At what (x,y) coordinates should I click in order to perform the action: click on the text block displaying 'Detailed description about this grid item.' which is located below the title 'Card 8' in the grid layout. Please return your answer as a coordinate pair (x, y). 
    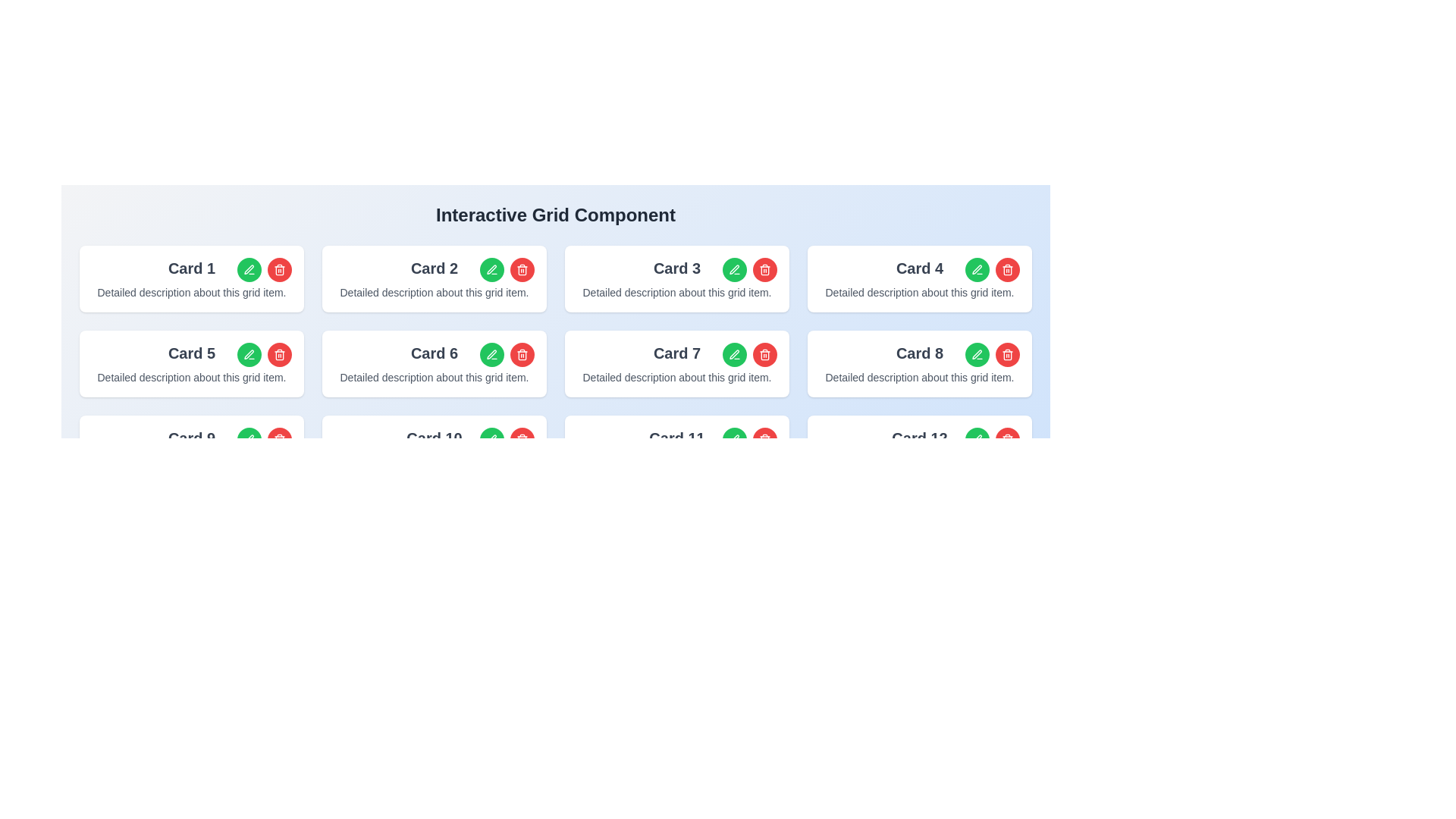
    Looking at the image, I should click on (919, 376).